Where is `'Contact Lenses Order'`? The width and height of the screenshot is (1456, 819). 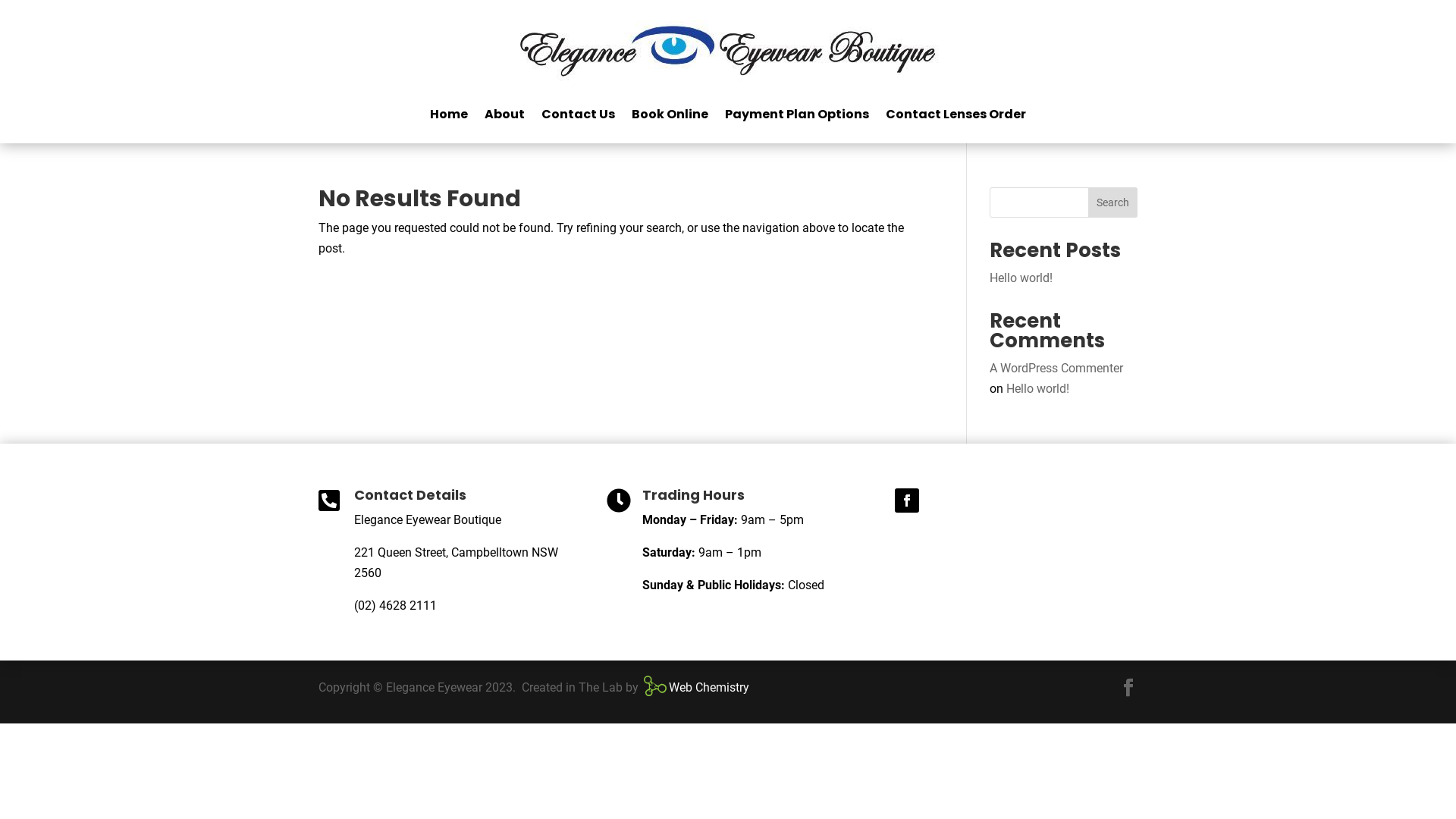
'Contact Lenses Order' is located at coordinates (885, 113).